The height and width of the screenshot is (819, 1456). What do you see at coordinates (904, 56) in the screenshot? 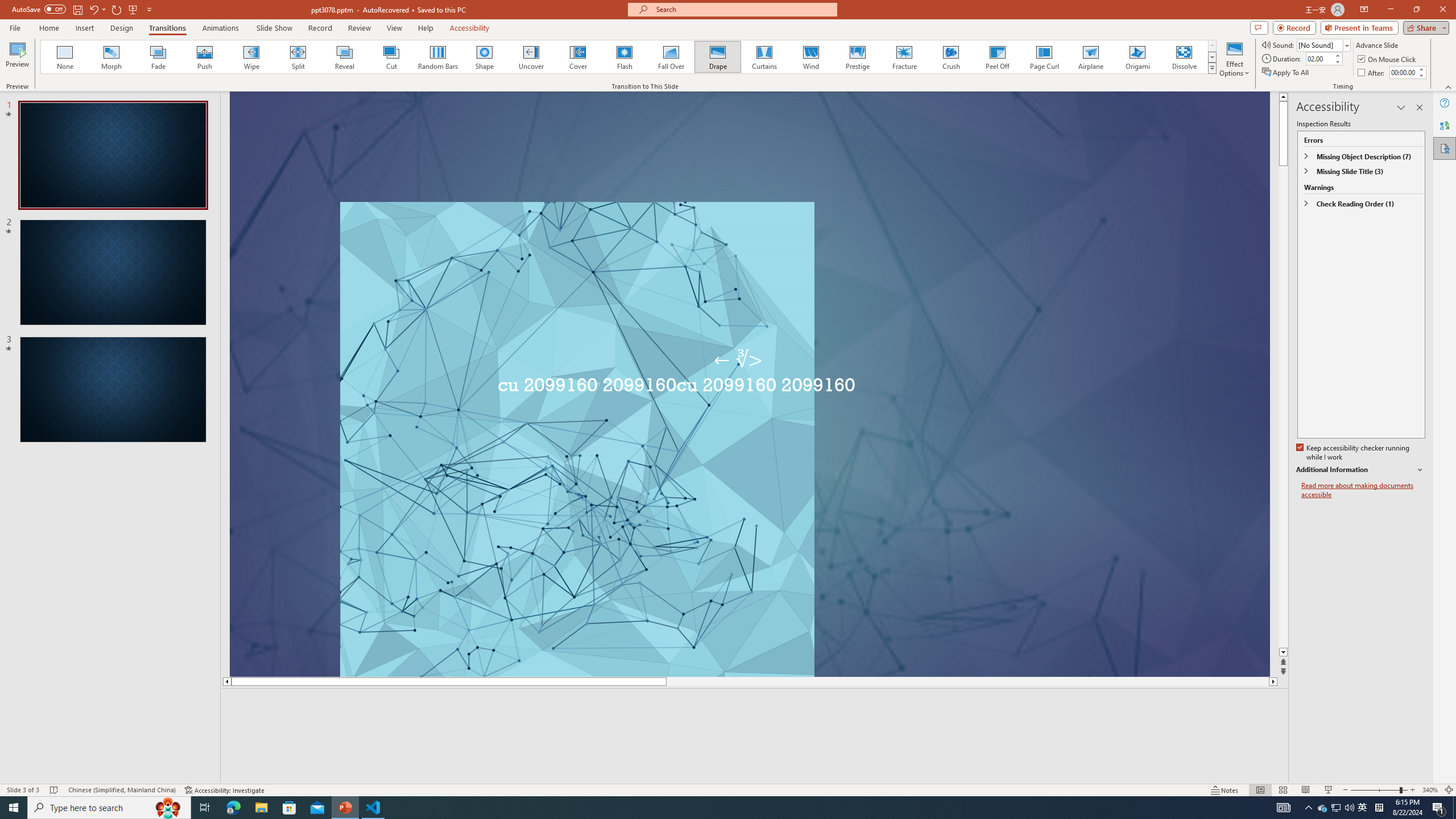
I see `'Fracture'` at bounding box center [904, 56].